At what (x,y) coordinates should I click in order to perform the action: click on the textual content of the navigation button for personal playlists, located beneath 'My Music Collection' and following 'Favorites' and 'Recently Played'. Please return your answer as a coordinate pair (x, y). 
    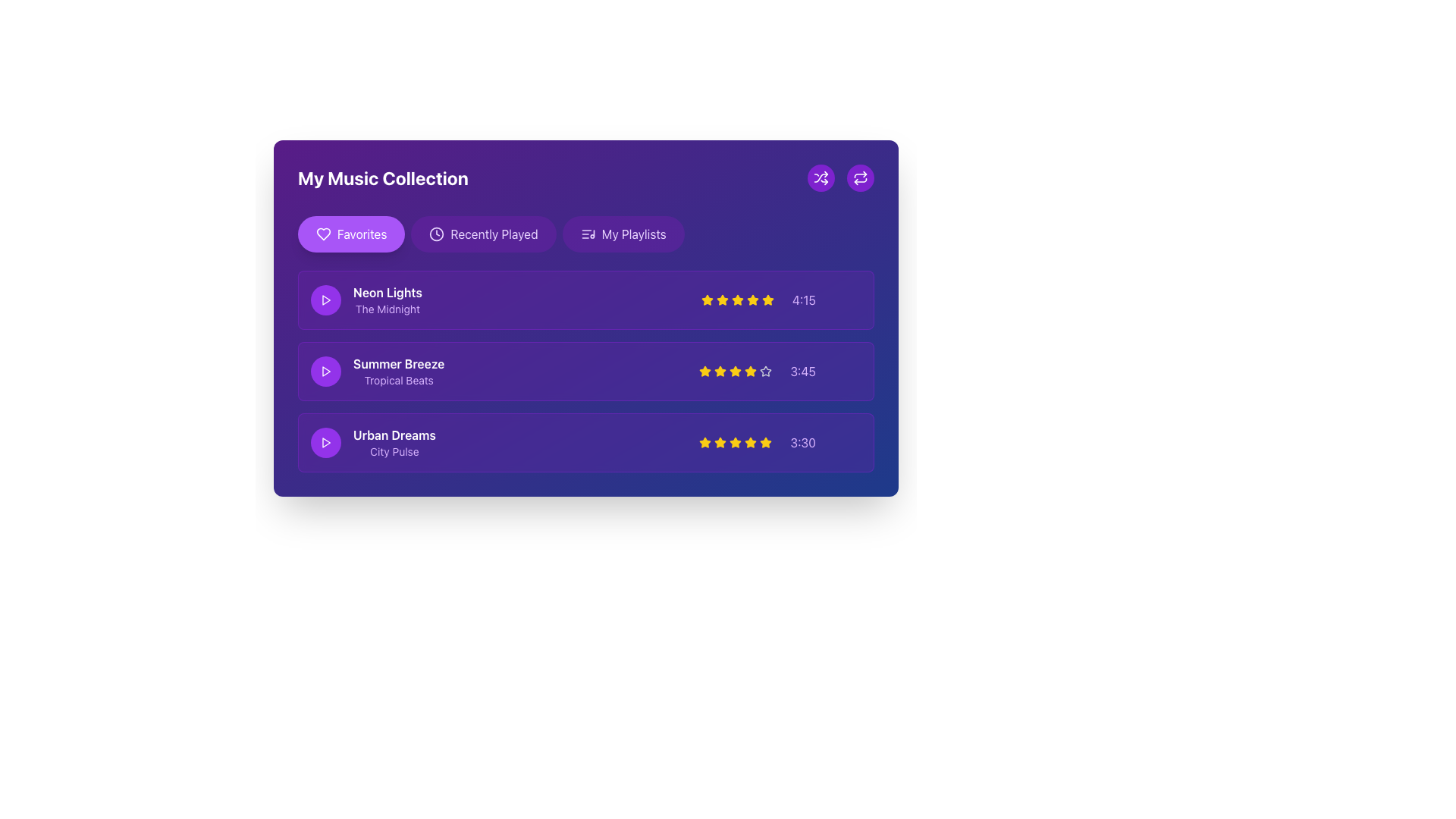
    Looking at the image, I should click on (634, 234).